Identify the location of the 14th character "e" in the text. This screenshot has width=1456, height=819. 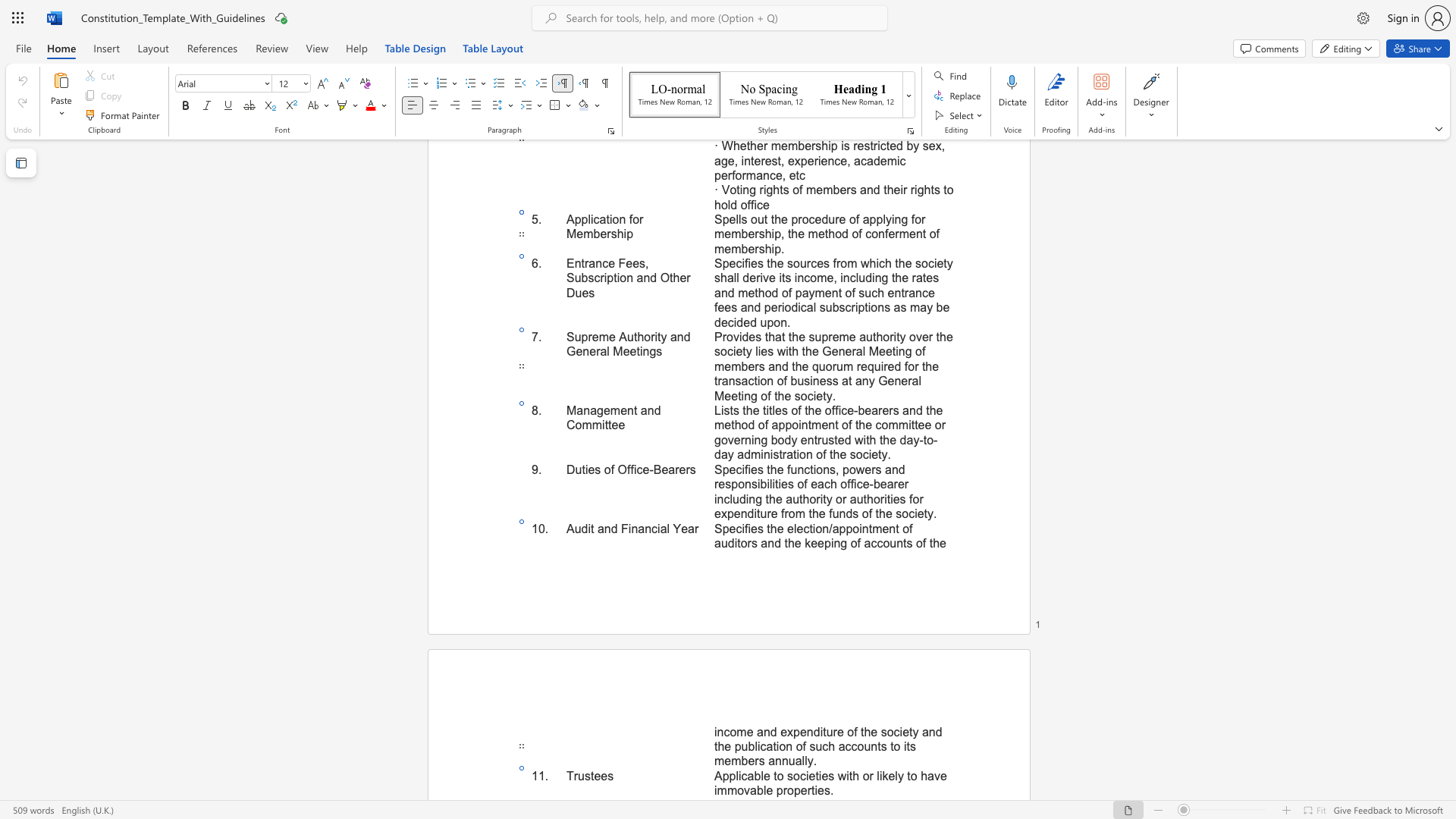
(737, 513).